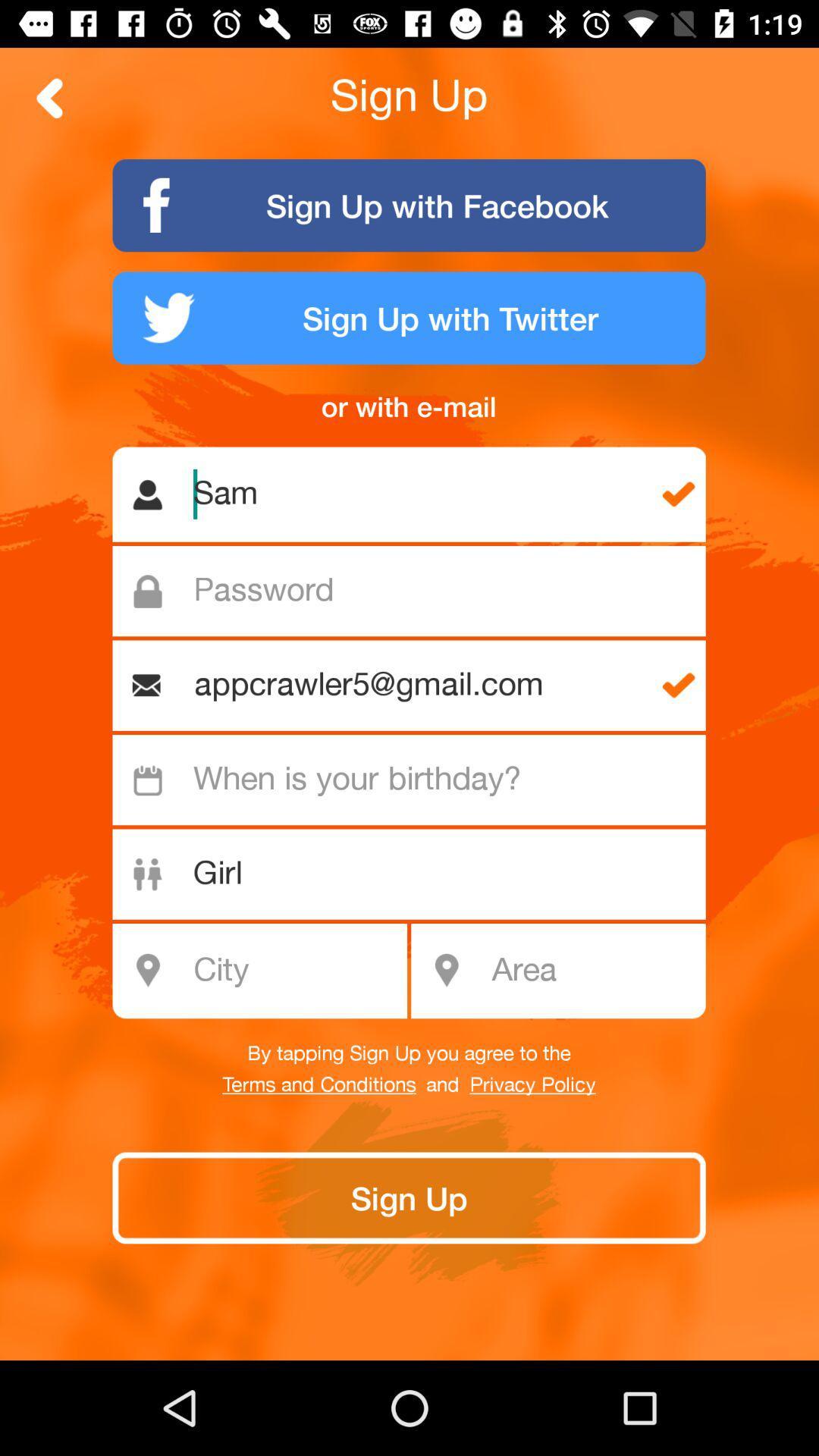  I want to click on birthday option, so click(417, 780).